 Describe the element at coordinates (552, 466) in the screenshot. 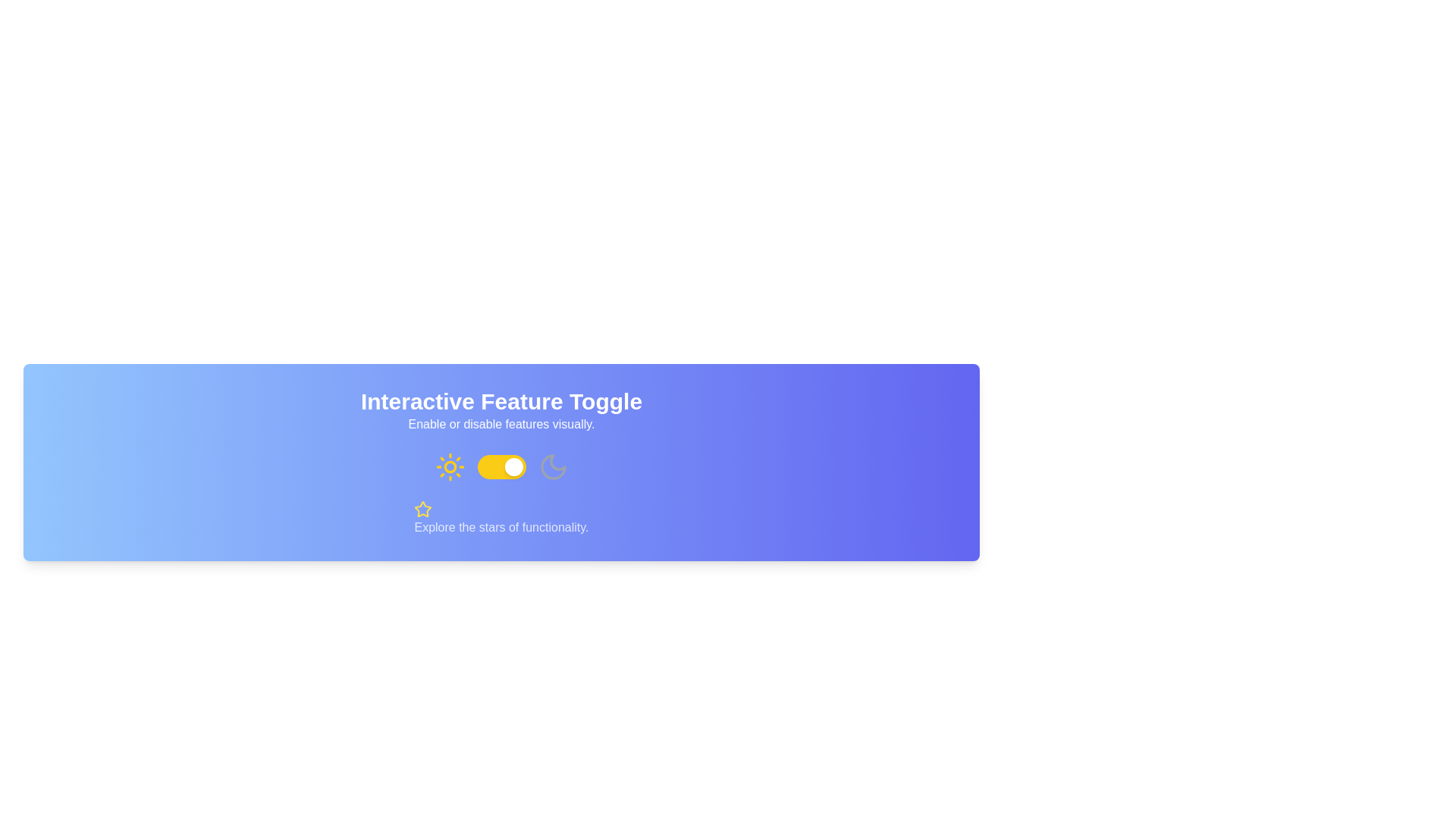

I see `the moon icon representing nighttime mode, located in the 'Interactive Feature Toggle' section, positioned rightmost among a sun icon and a toggle switch` at that location.